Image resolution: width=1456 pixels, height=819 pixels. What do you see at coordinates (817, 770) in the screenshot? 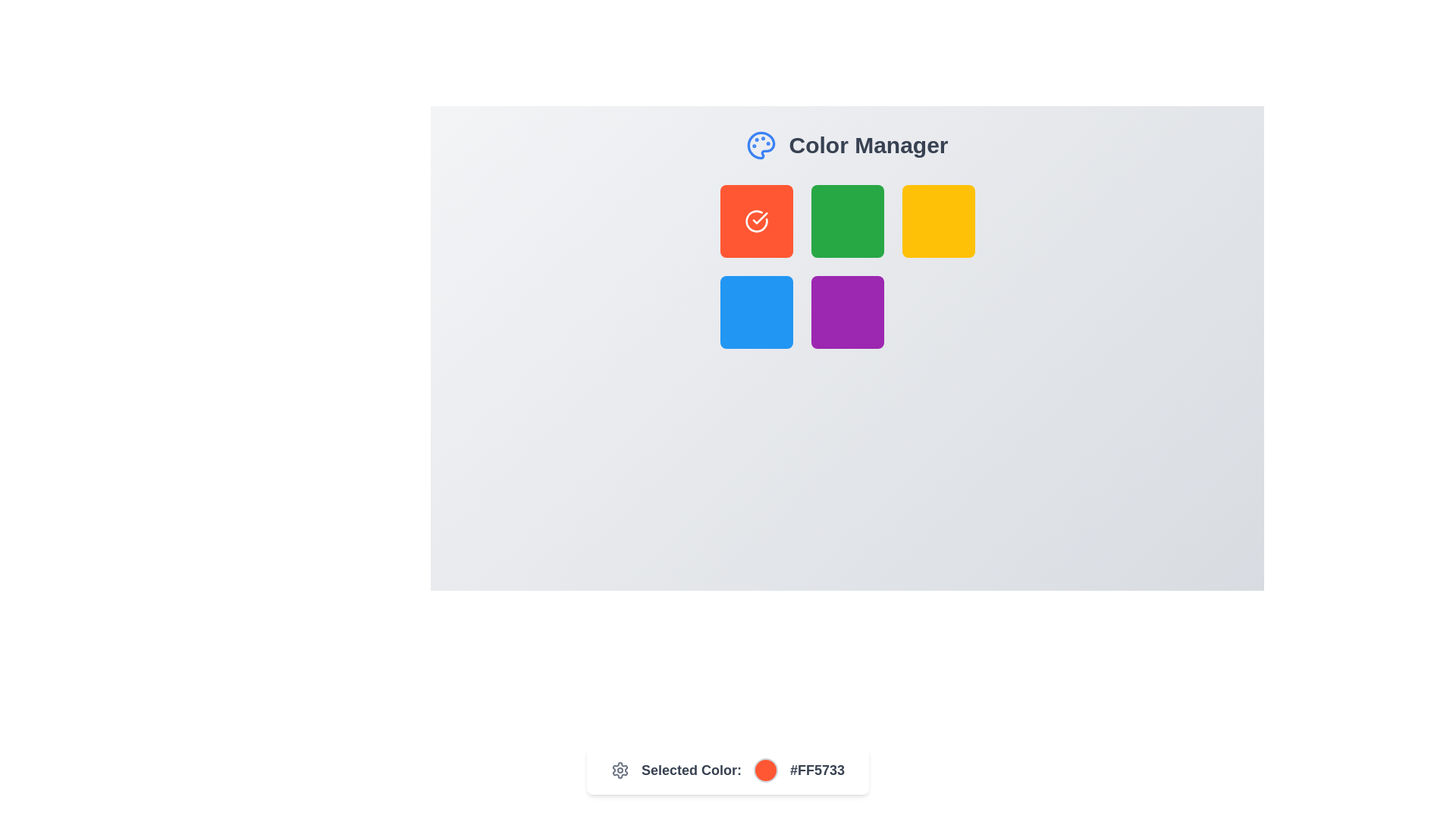
I see `the text element displaying the value '#FF5733' in bold, dark gray color, located at the far right side of the 'Selected Color' section` at bounding box center [817, 770].